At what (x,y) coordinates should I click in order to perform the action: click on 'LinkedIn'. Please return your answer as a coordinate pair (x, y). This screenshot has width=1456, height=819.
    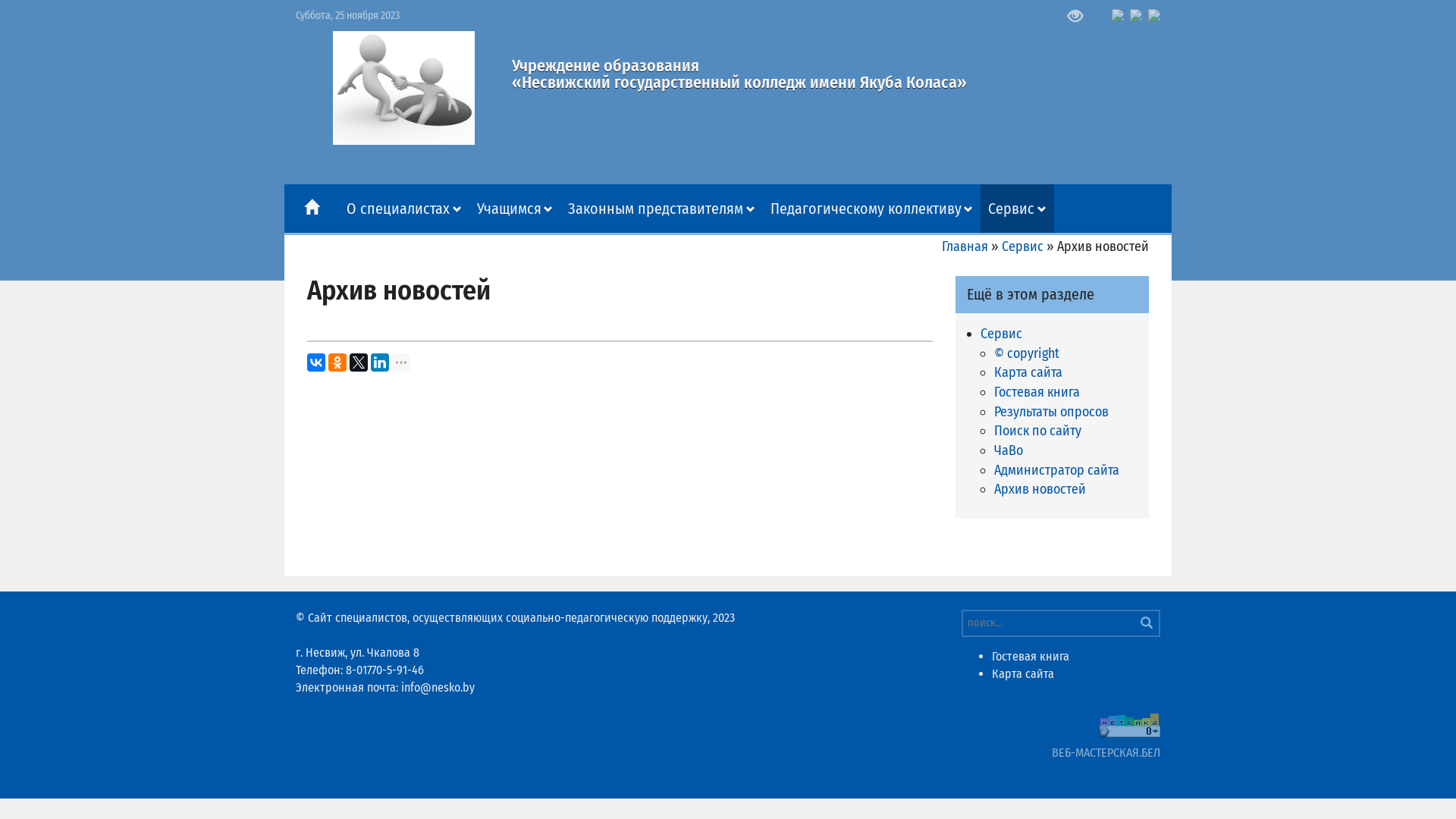
    Looking at the image, I should click on (379, 362).